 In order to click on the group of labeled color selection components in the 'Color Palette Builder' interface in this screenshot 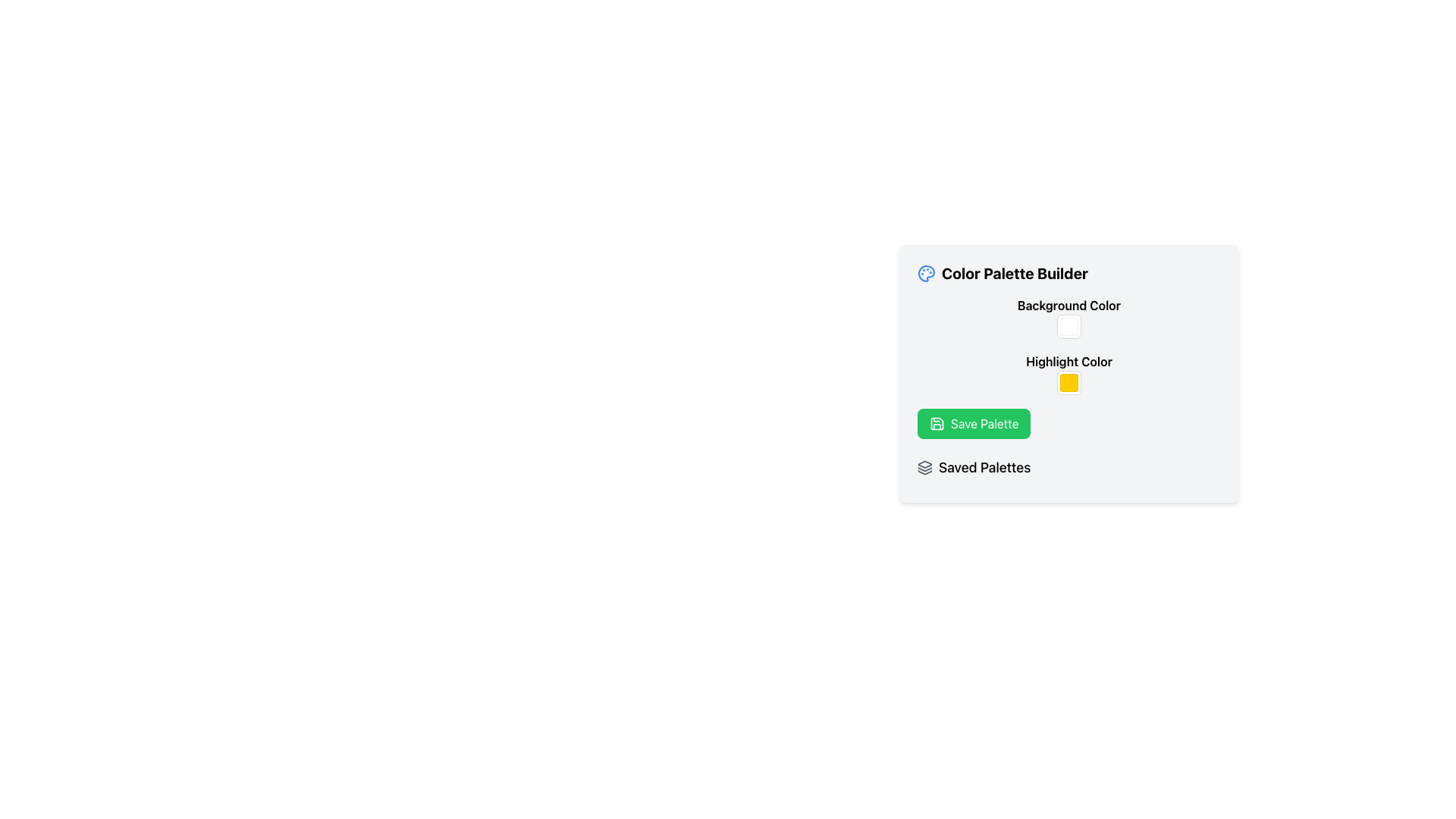, I will do `click(1068, 346)`.